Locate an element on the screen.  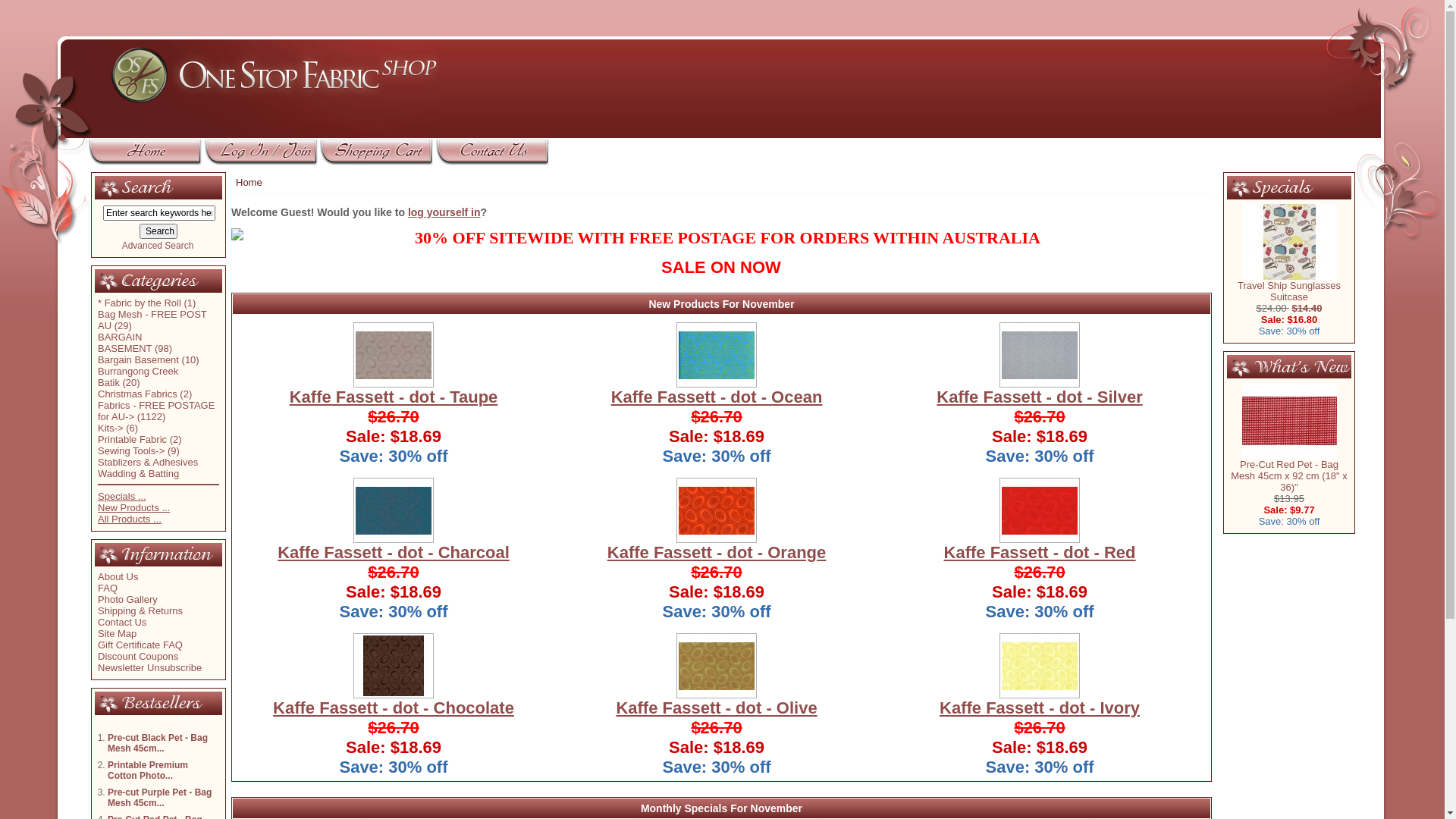
'Discount Coupons' is located at coordinates (138, 655).